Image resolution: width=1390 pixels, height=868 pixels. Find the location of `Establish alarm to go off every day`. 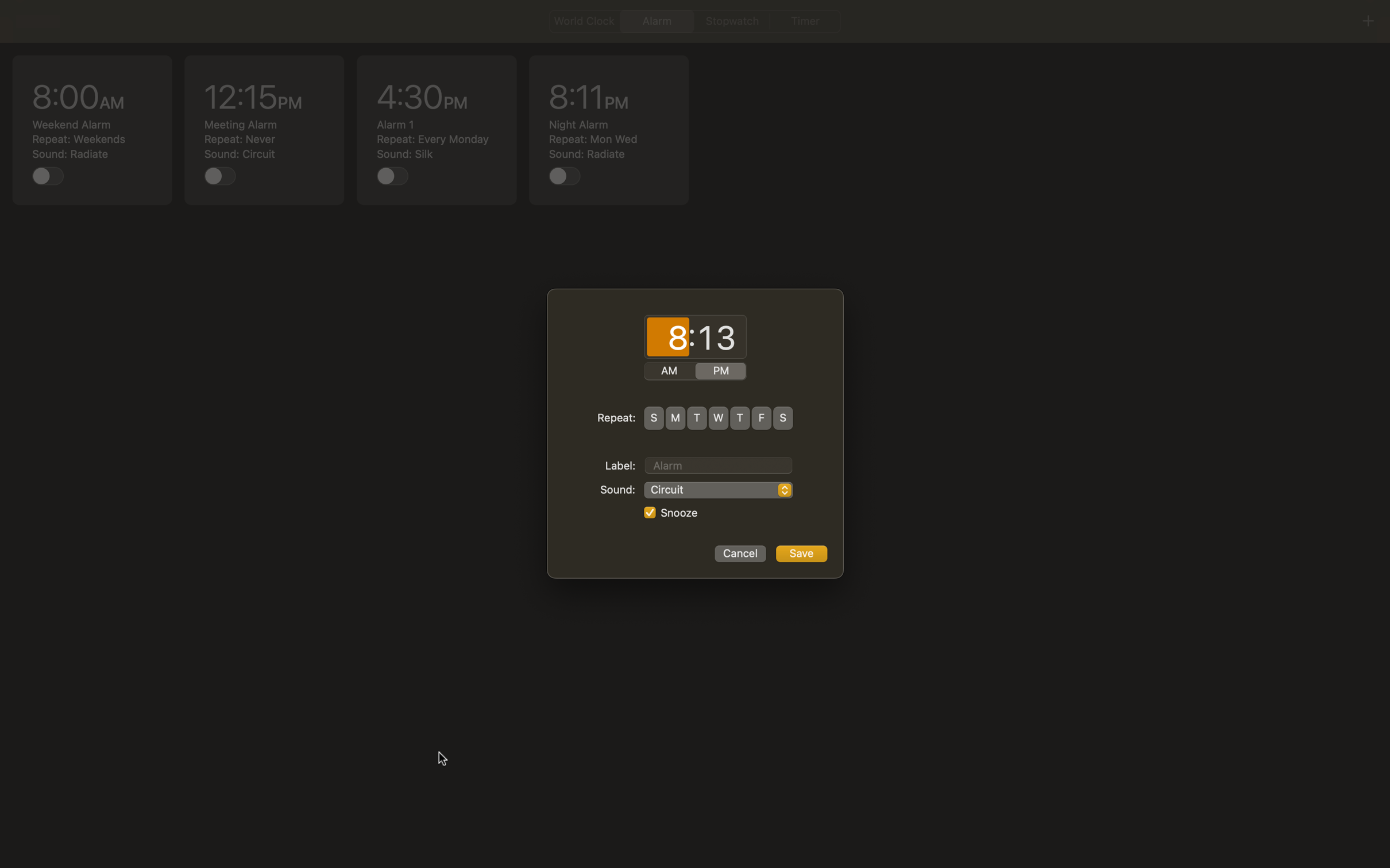

Establish alarm to go off every day is located at coordinates (653, 417).